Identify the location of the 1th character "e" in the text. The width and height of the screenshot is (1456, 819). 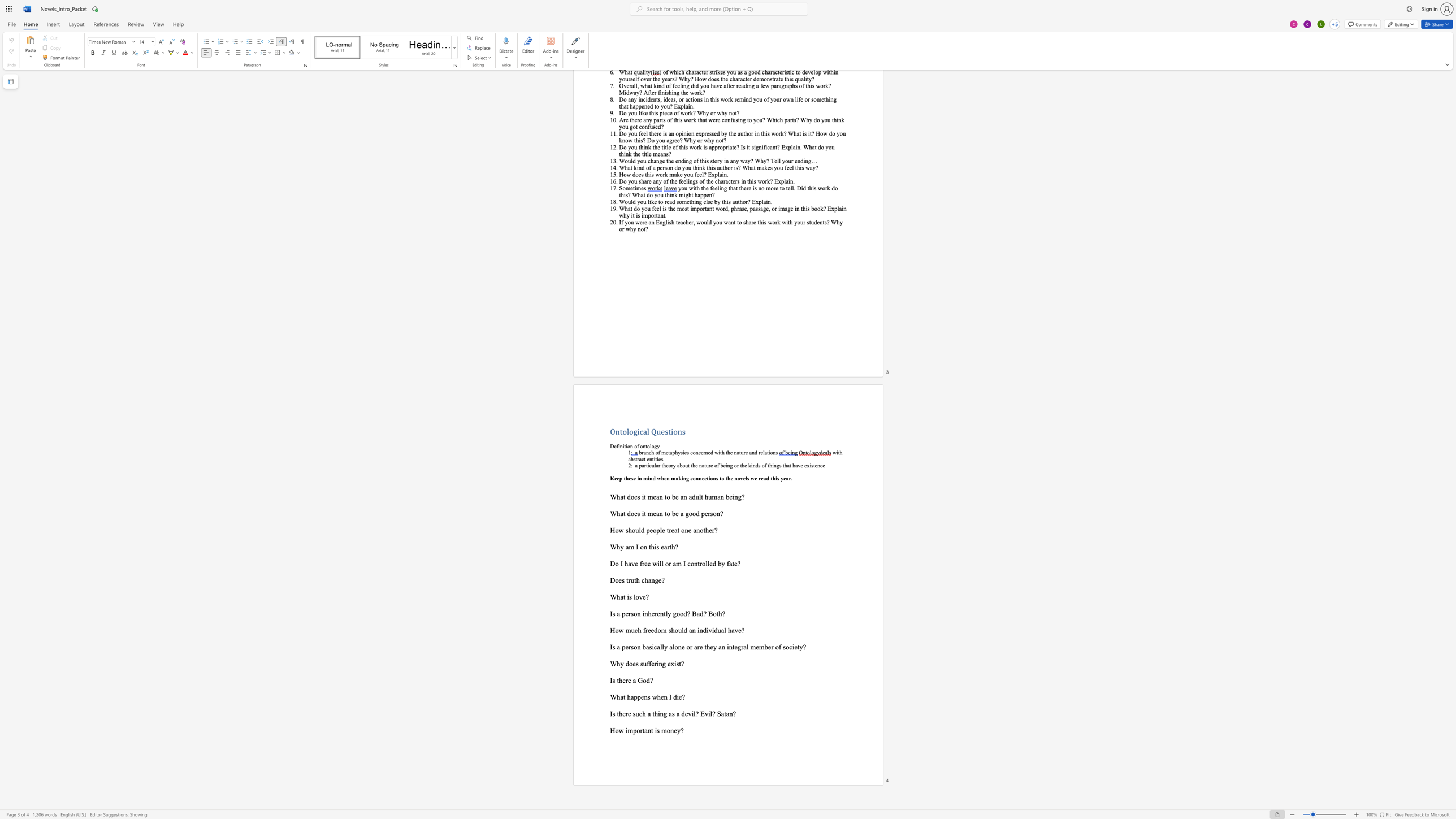
(683, 647).